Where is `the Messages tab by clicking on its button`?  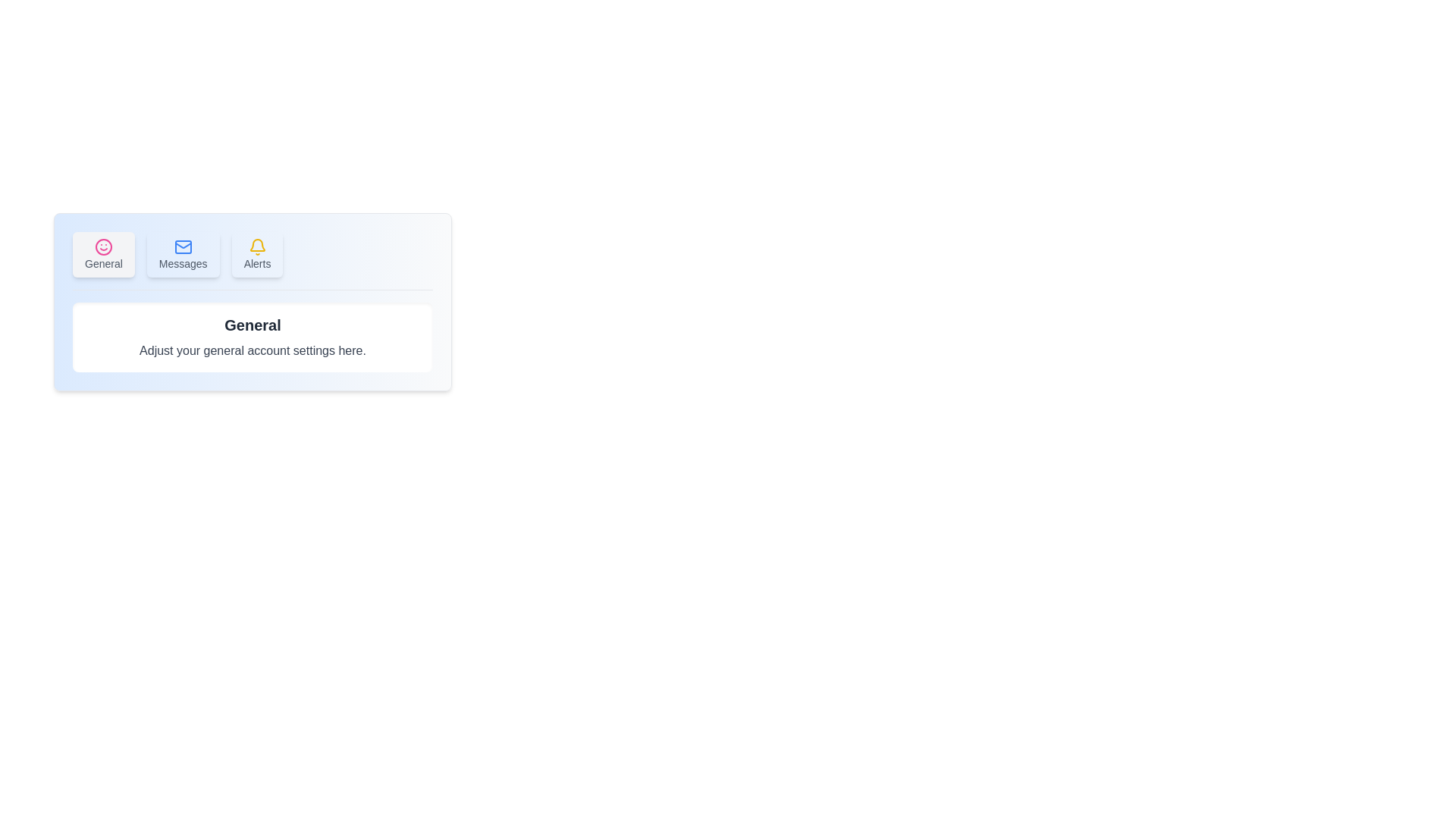
the Messages tab by clicking on its button is located at coordinates (182, 253).